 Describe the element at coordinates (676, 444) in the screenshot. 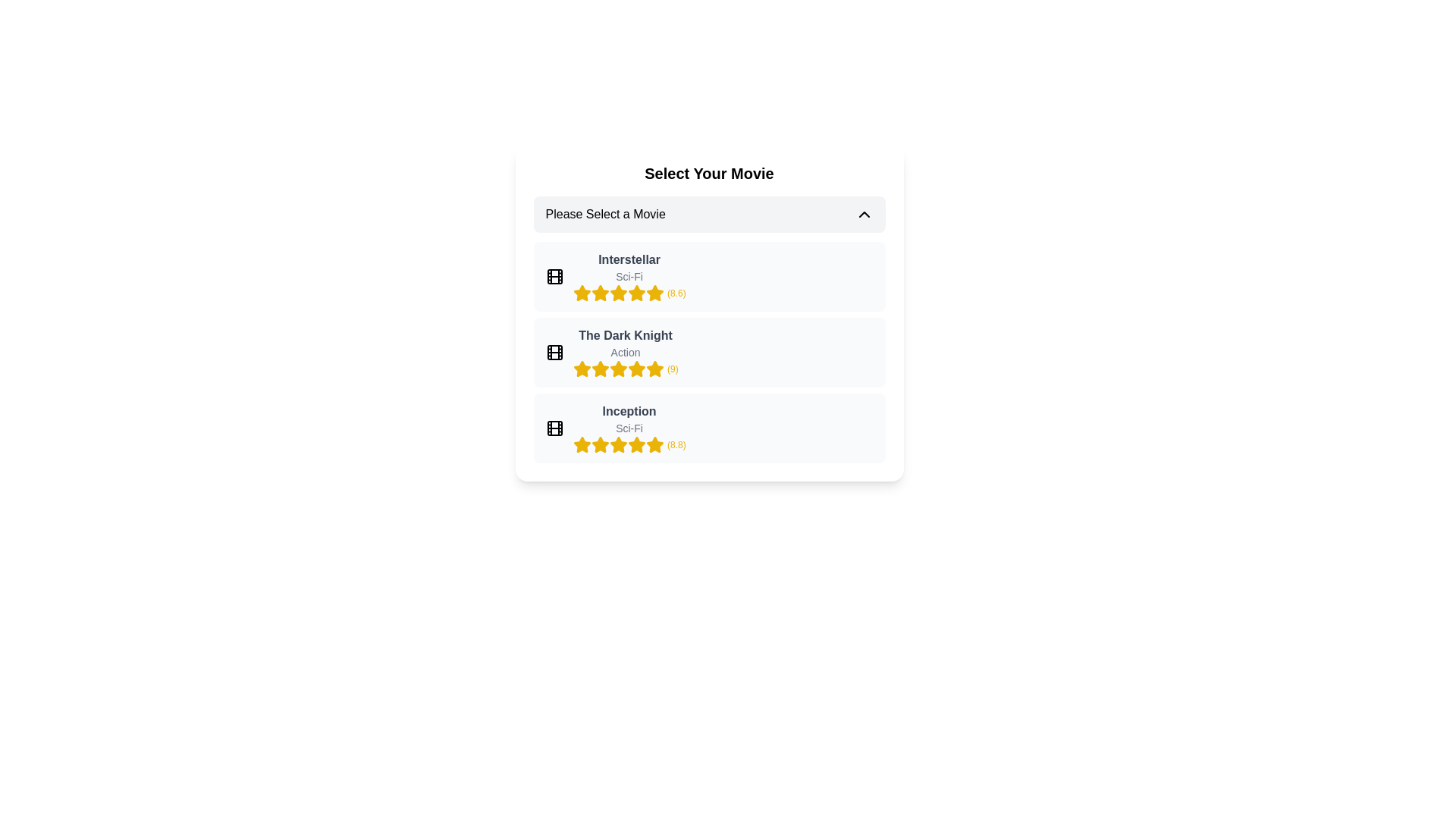

I see `numerical rating text for the movie 'Inception', which is located to the right of the yellow star icons in the third row of the movie information list` at that location.